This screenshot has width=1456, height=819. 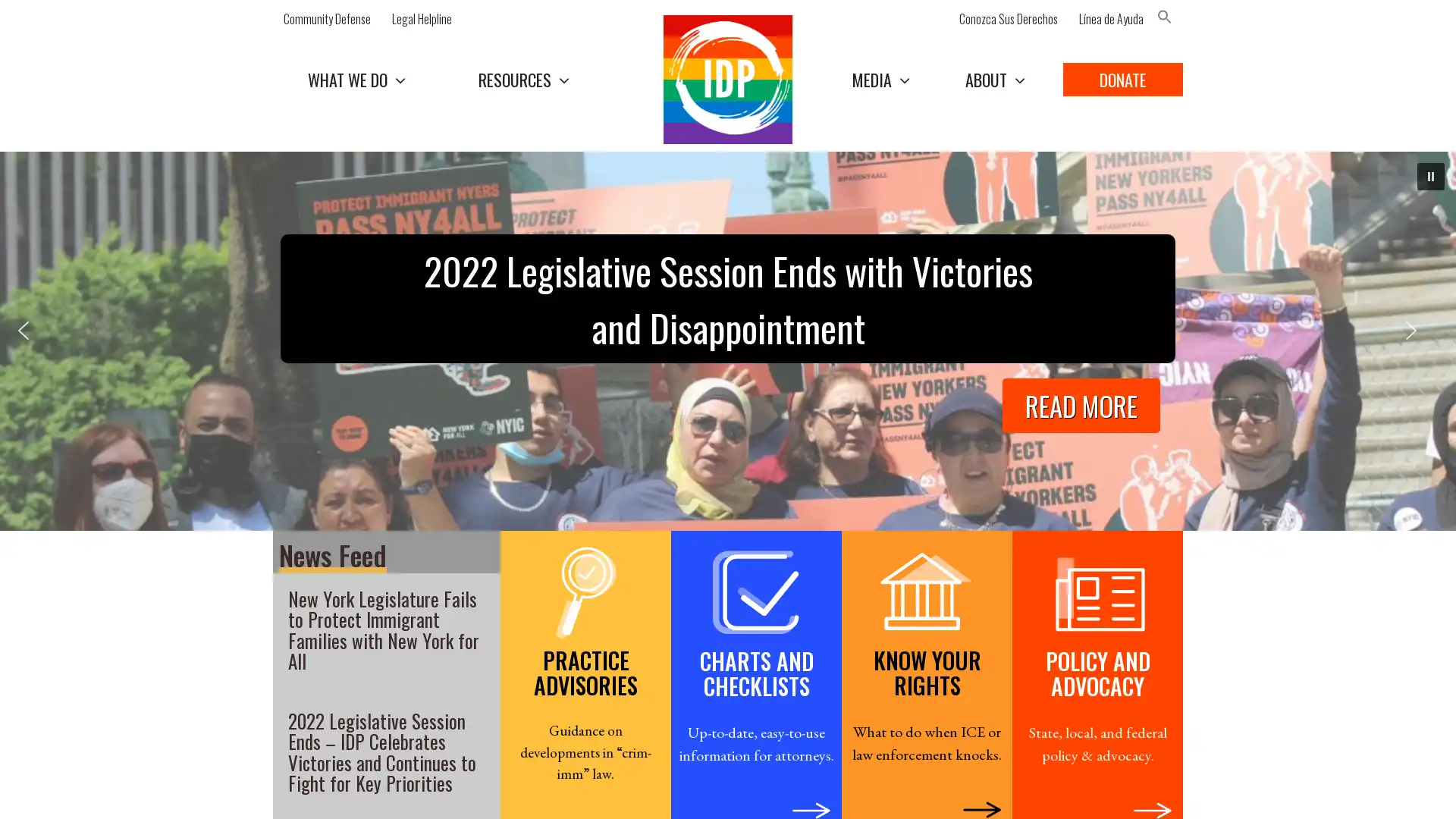 What do you see at coordinates (33, 341) in the screenshot?
I see `previous arrow` at bounding box center [33, 341].